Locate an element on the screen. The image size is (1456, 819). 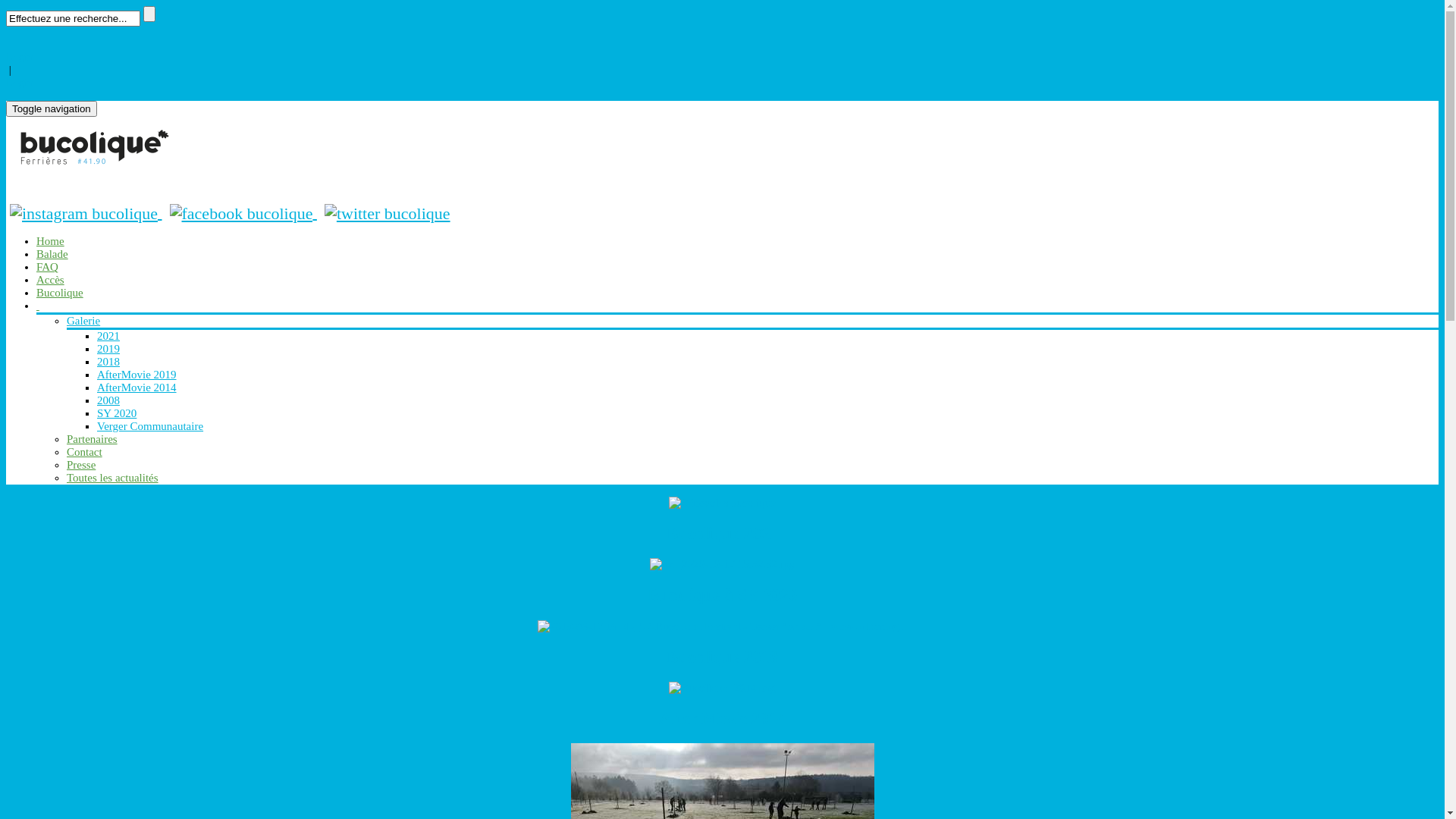
'Verger Communautaire' is located at coordinates (149, 426).